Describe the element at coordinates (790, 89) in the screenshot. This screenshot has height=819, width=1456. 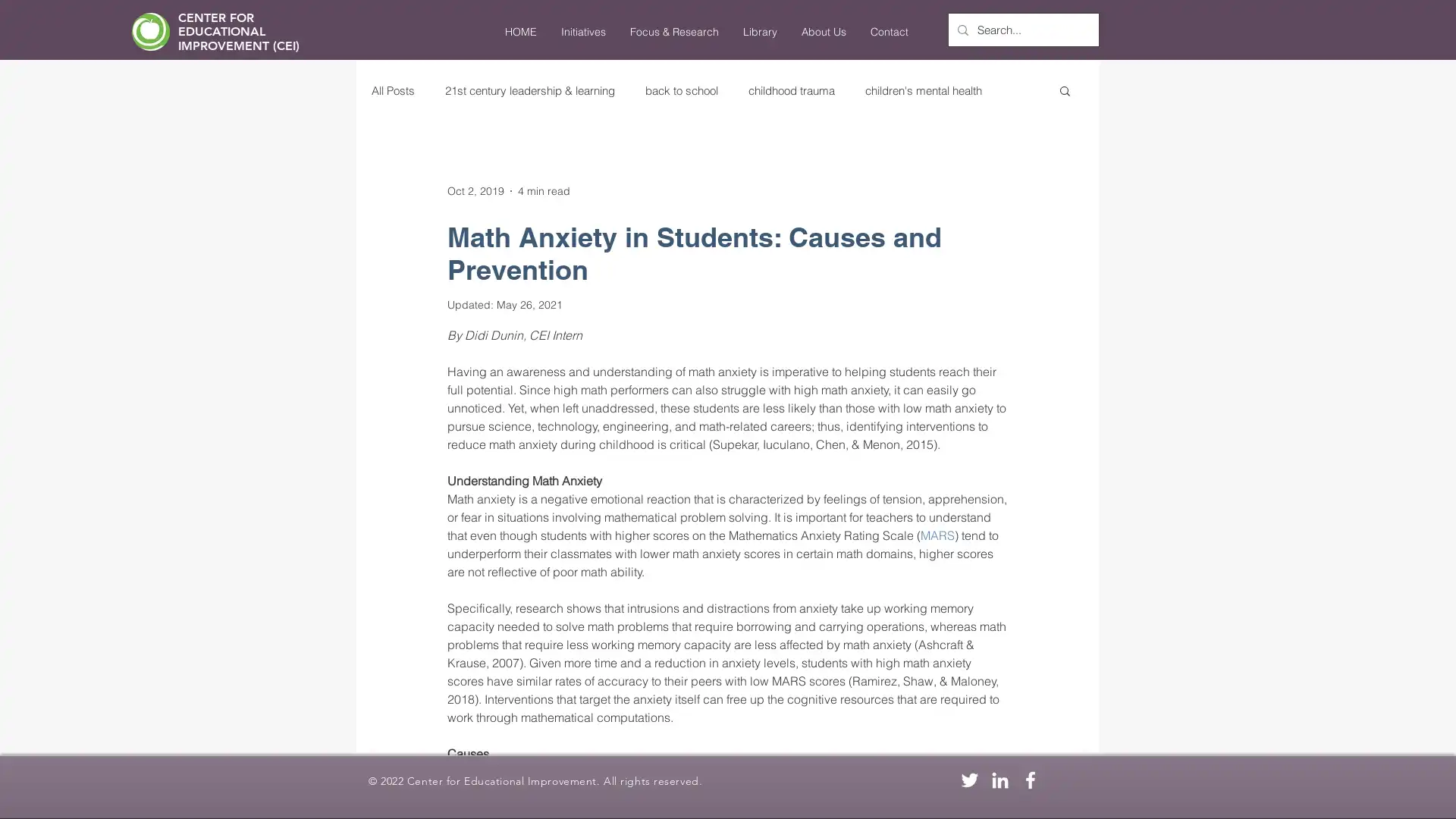
I see `childhood trauma` at that location.